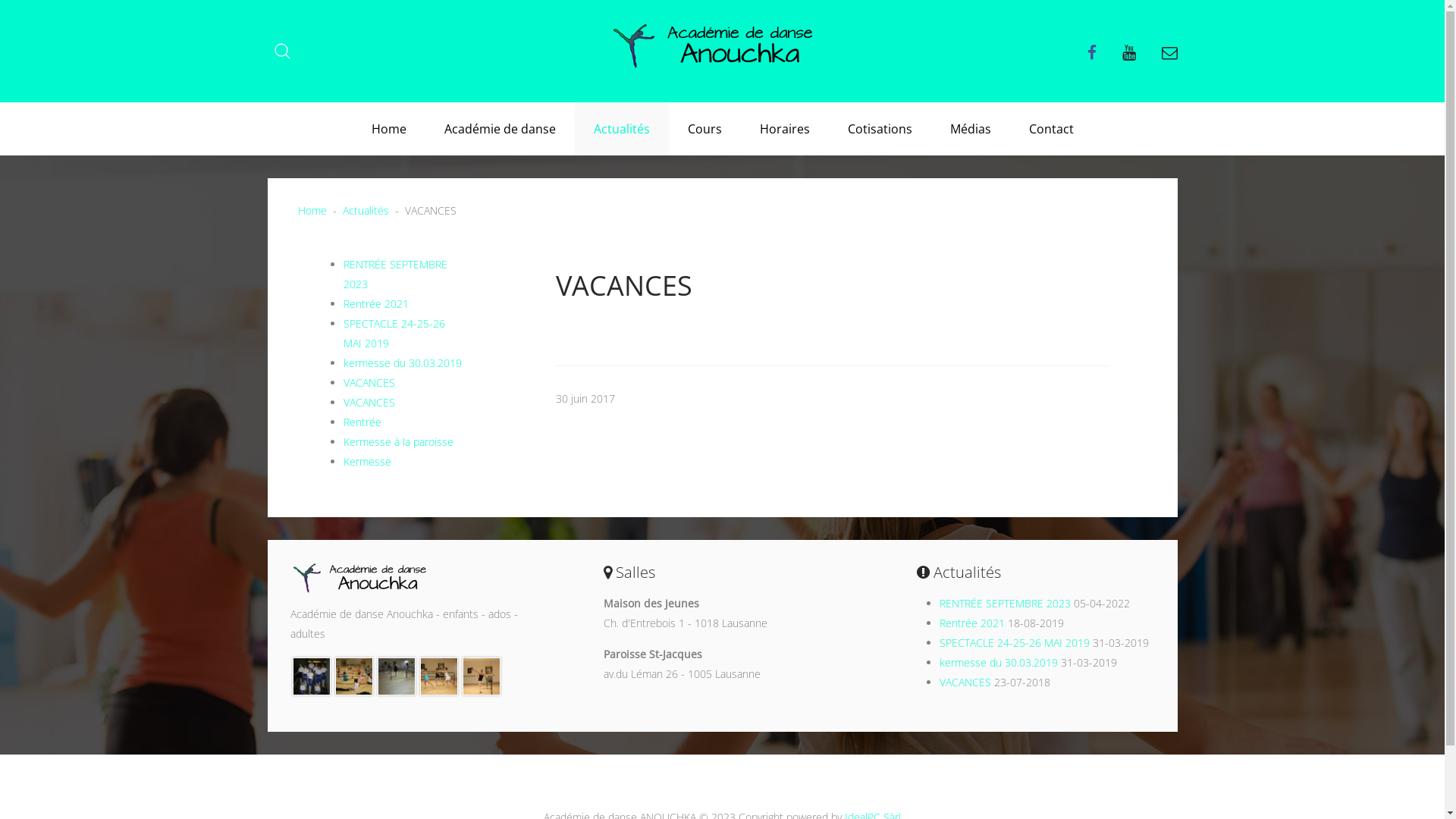 The image size is (1456, 819). I want to click on 'Horaires', so click(783, 127).